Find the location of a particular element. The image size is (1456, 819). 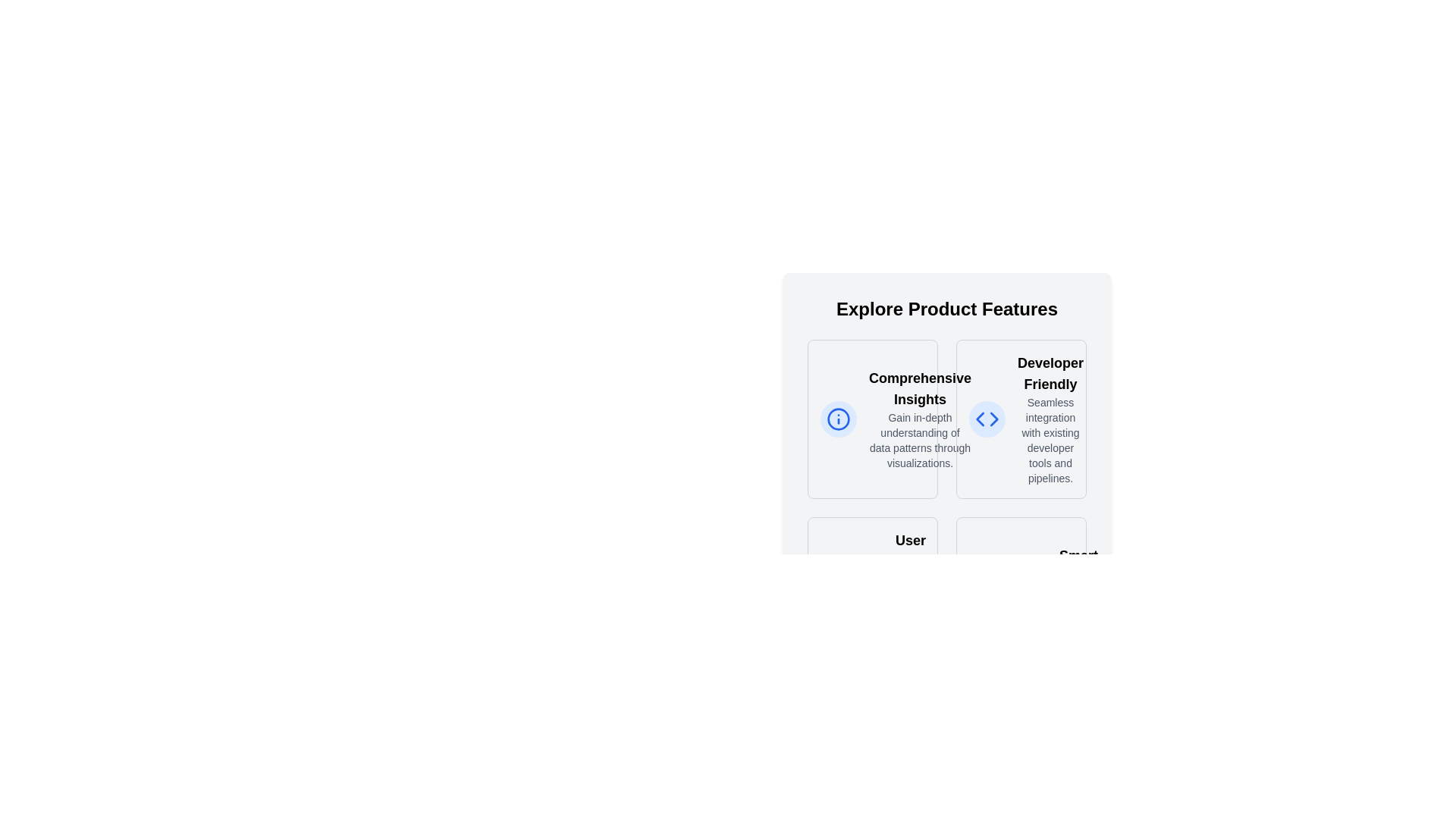

displayed text in the Informational Text section located in the center column beneath the blue background icon in the 'Explore Product Features' section is located at coordinates (919, 419).